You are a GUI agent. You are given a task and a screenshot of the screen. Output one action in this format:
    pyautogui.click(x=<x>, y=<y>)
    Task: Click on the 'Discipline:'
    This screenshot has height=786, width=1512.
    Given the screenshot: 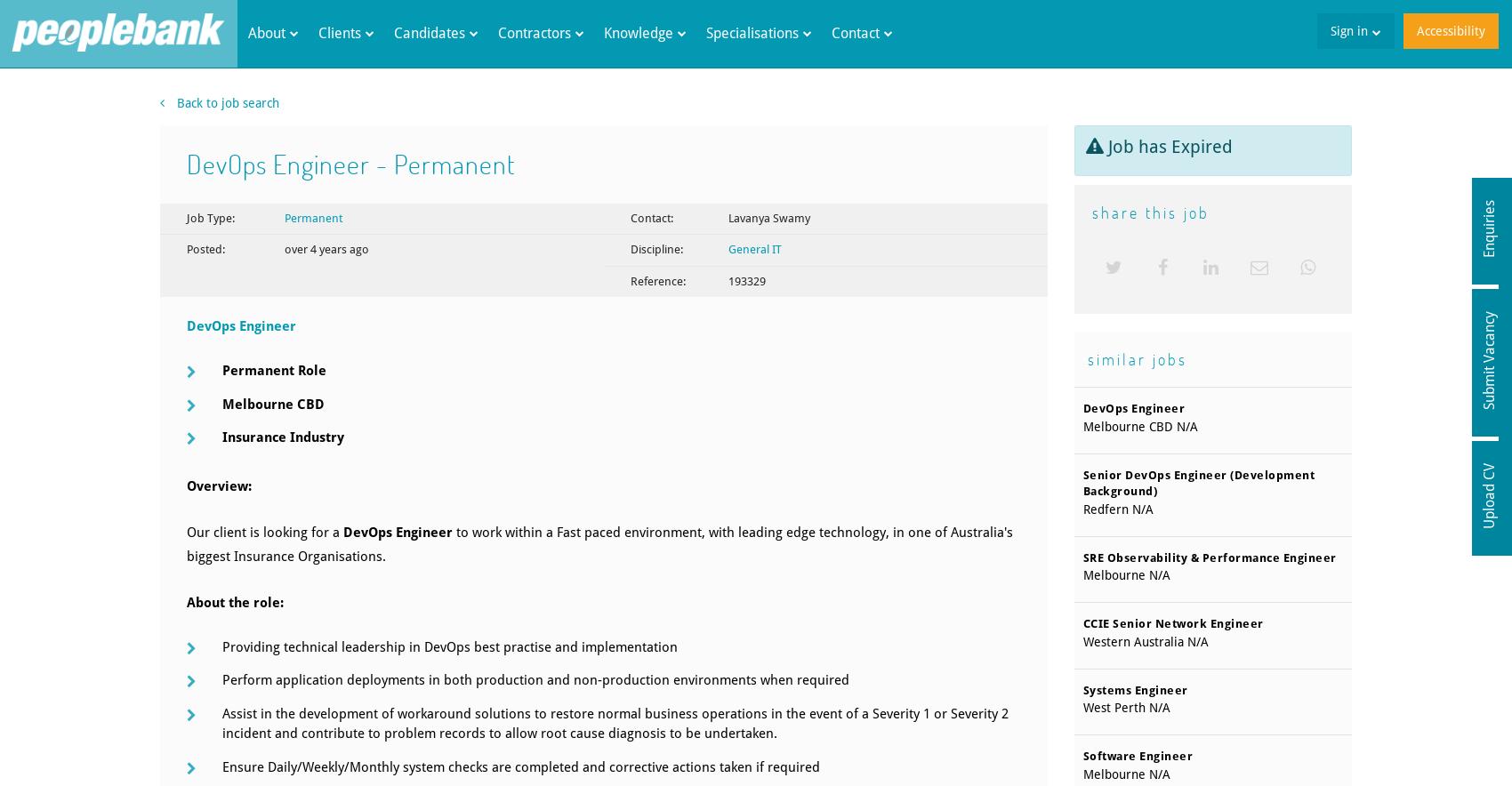 What is the action you would take?
    pyautogui.click(x=655, y=248)
    